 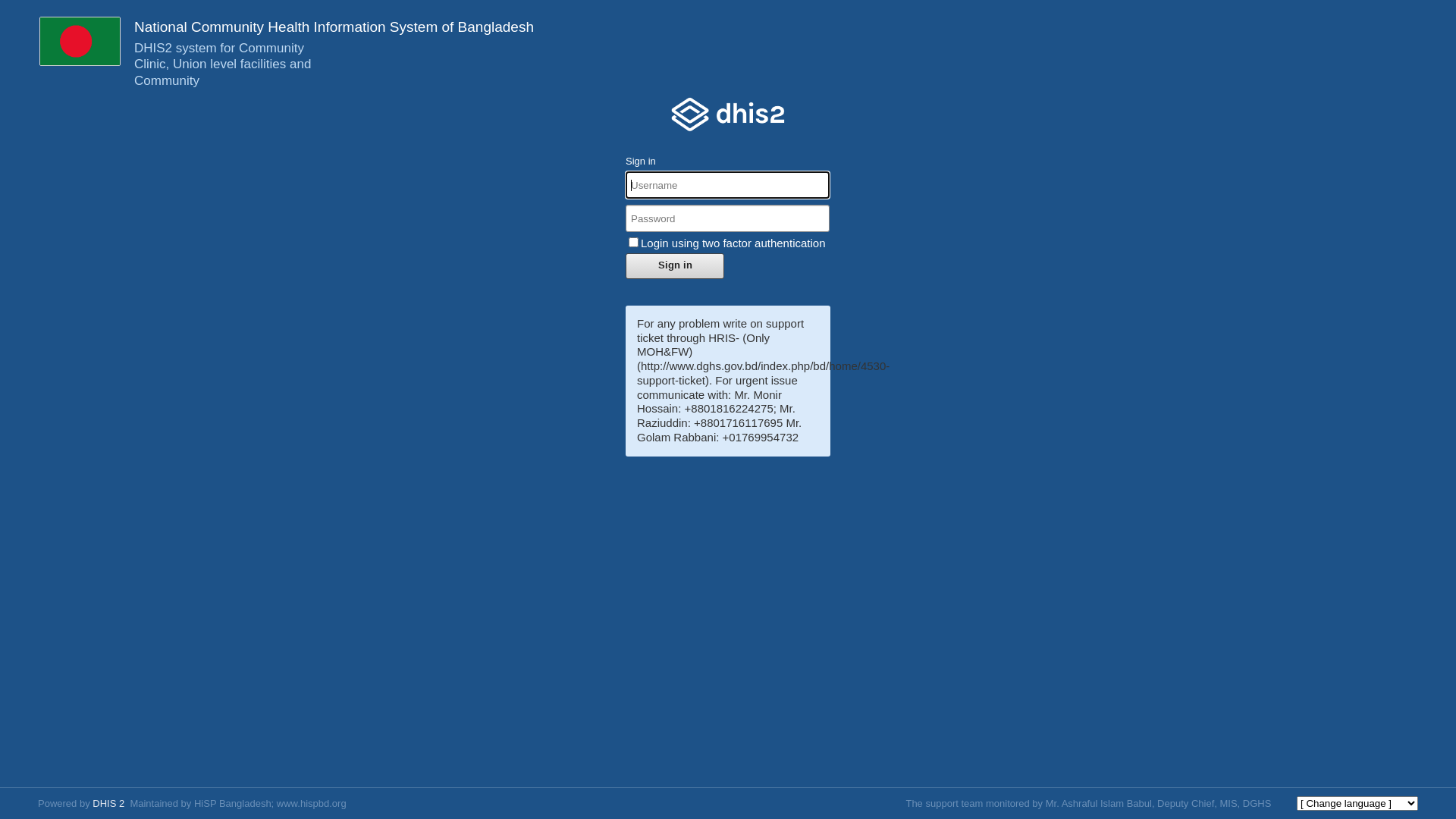 I want to click on 'Sign in', so click(x=673, y=265).